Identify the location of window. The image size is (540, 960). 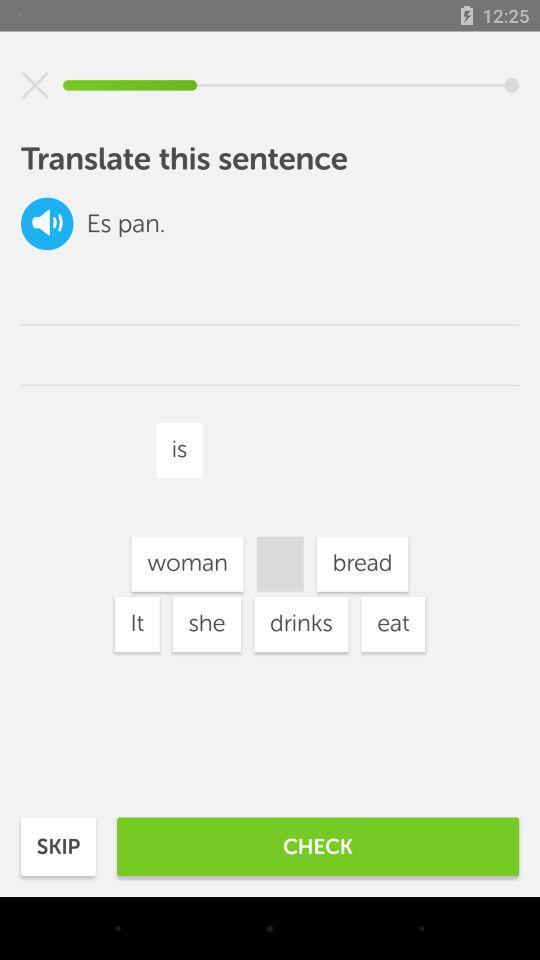
(35, 85).